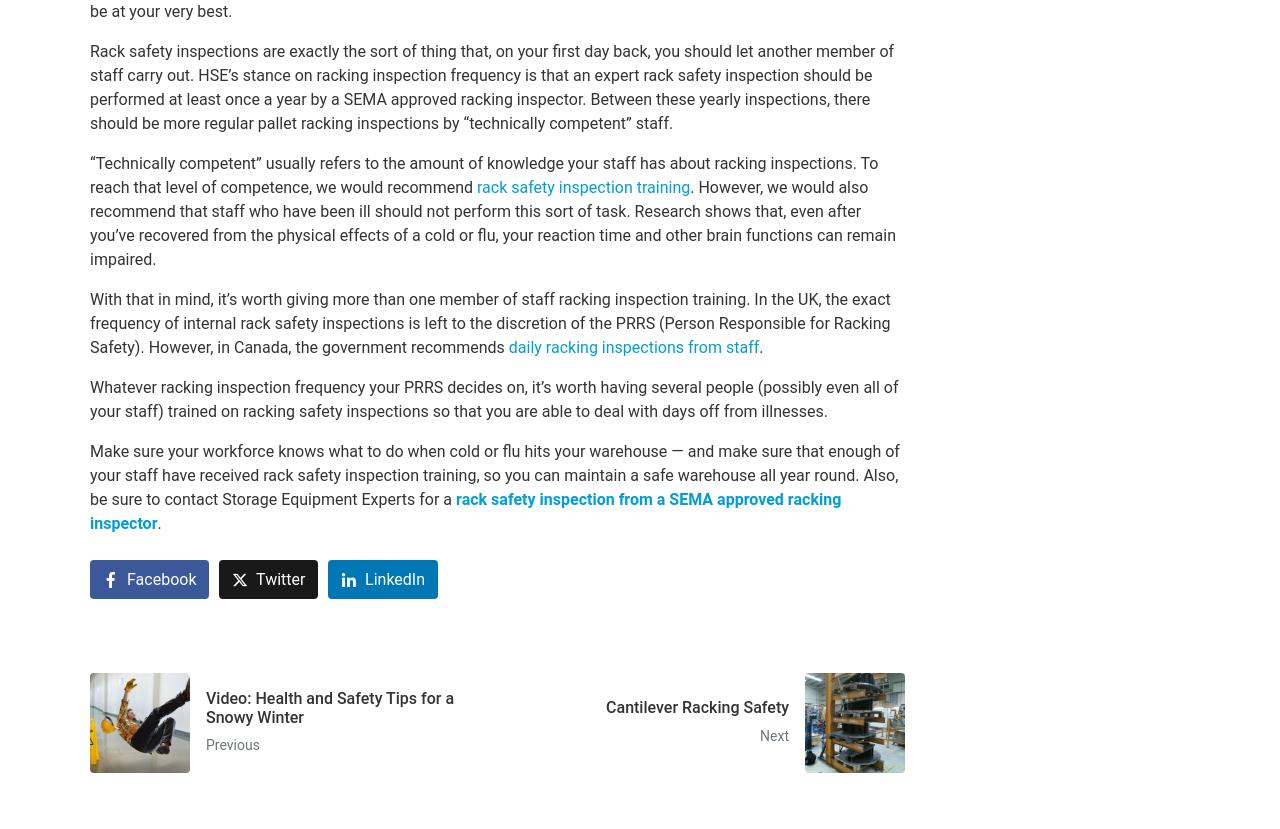 Image resolution: width=1280 pixels, height=829 pixels. What do you see at coordinates (232, 744) in the screenshot?
I see `'Previous'` at bounding box center [232, 744].